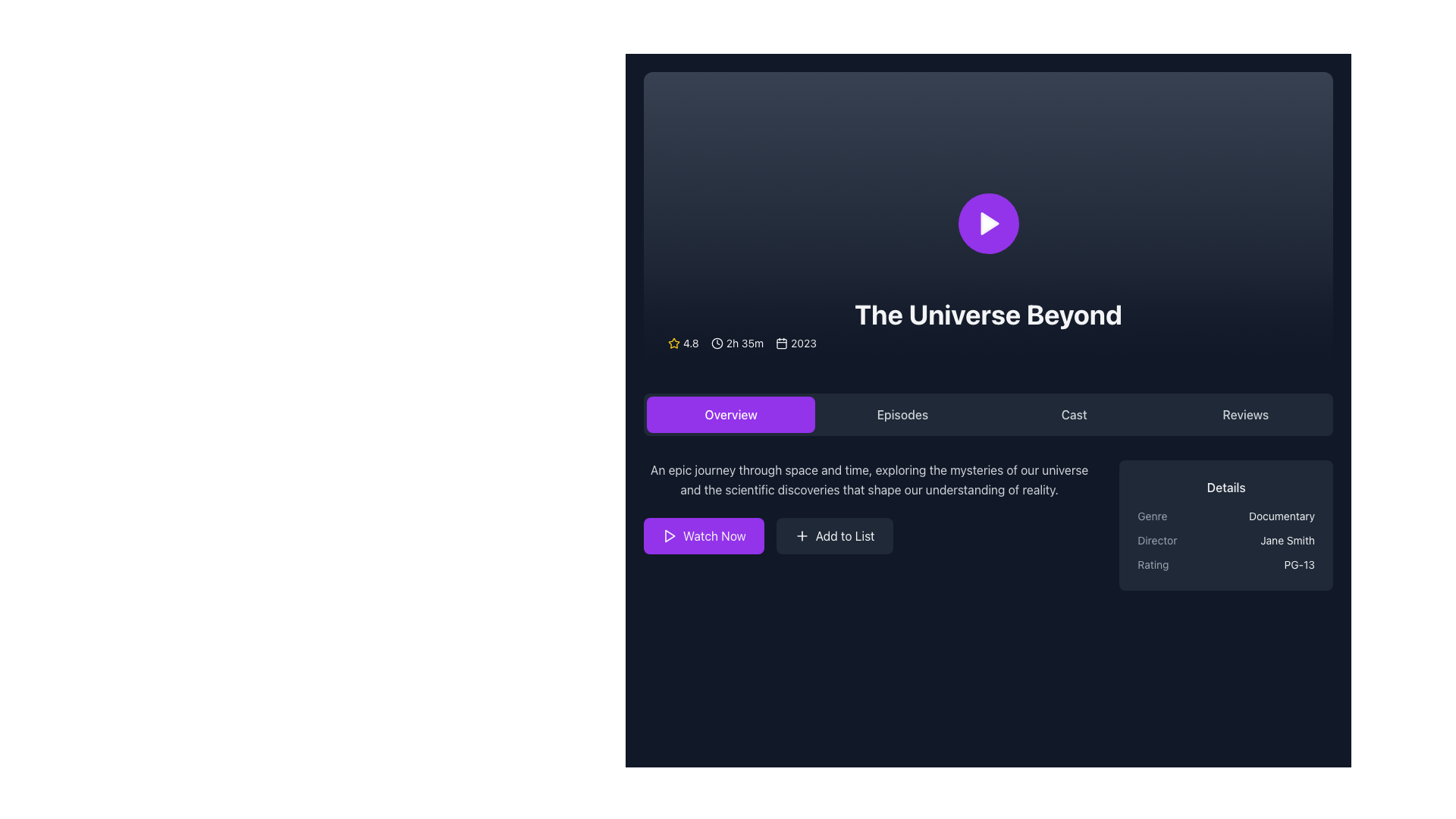  I want to click on the static text label displaying 'Genre', which is part of the 'Details' section and aligned to the left of the text 'Documentary', so click(1152, 516).